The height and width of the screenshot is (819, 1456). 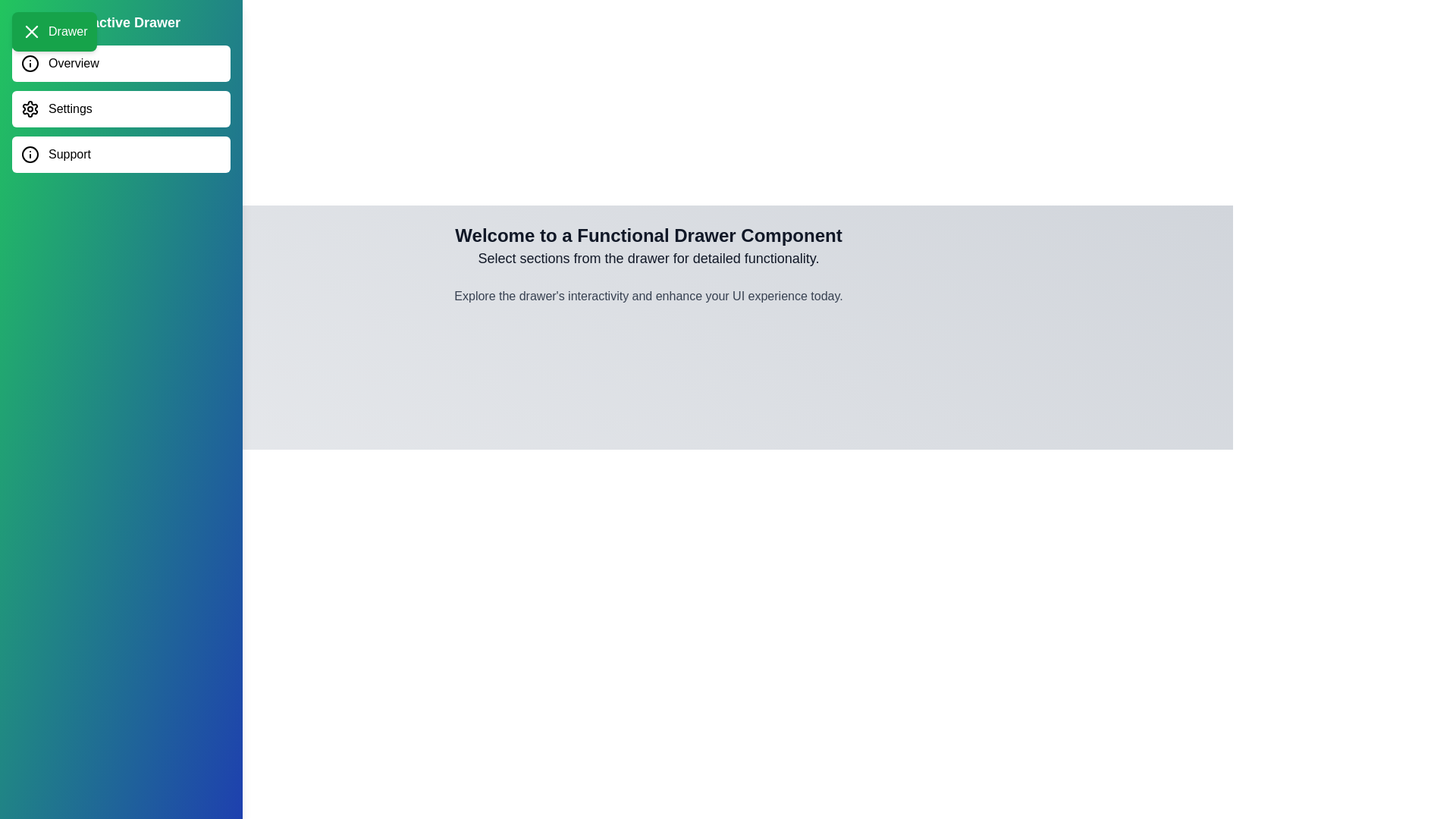 I want to click on the 'Drawer' button to toggle the drawer closed, so click(x=54, y=32).